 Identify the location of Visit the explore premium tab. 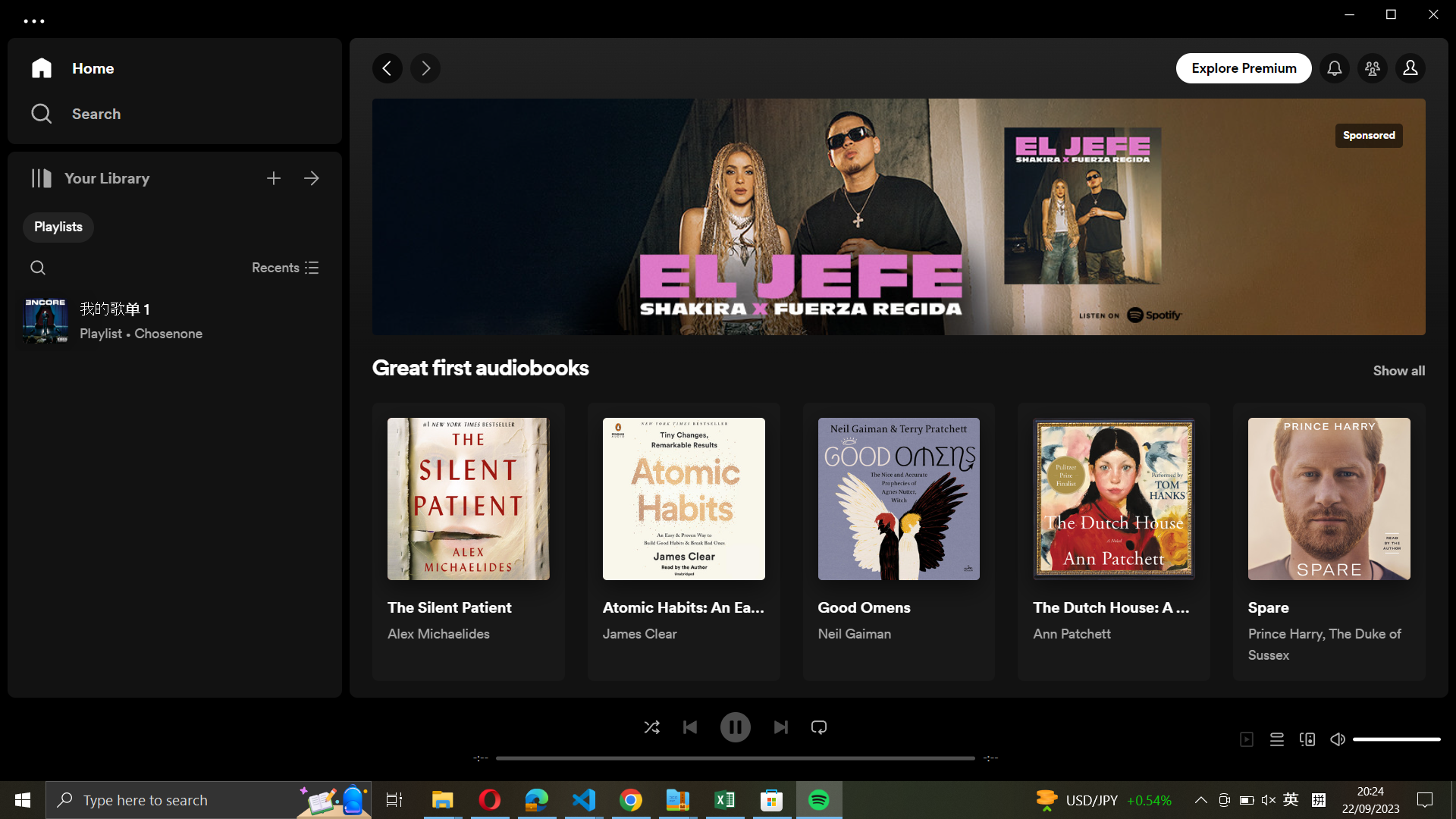
(1245, 67).